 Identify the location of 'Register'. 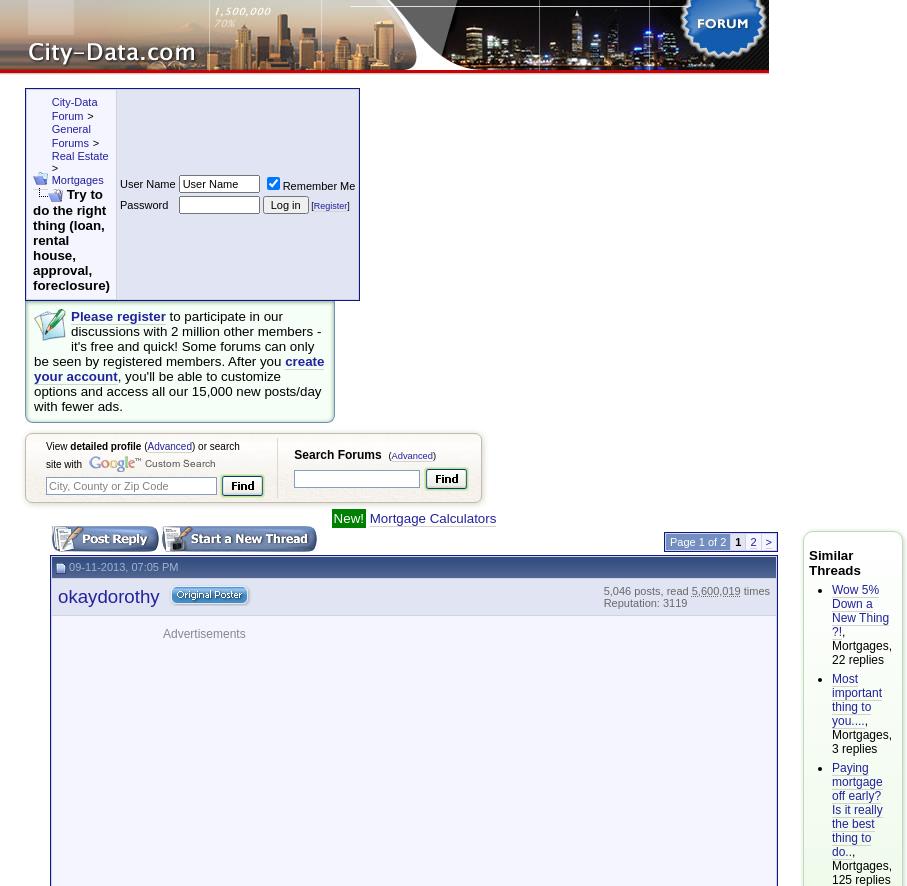
(329, 205).